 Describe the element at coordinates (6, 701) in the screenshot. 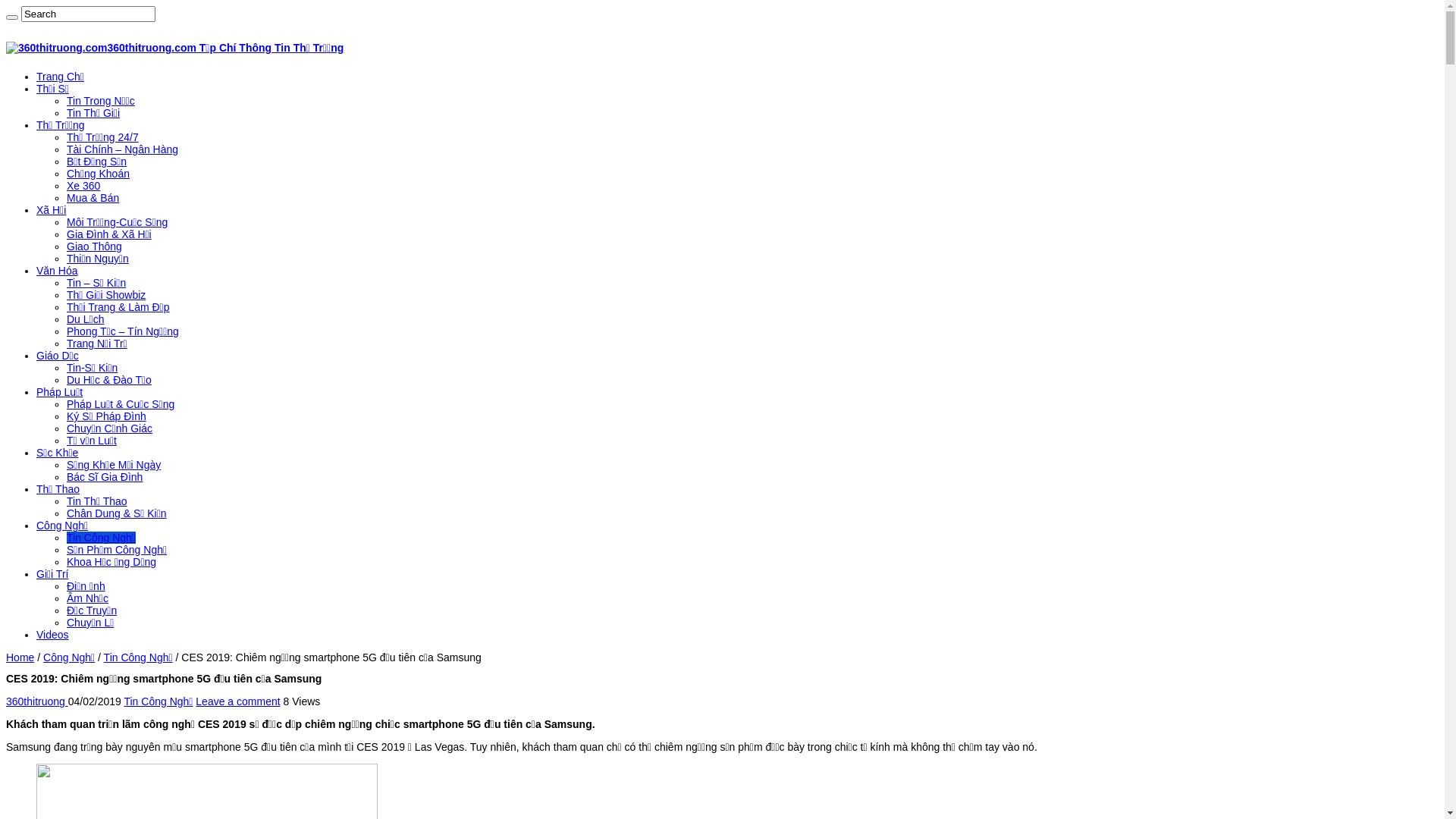

I see `'360thitruong'` at that location.